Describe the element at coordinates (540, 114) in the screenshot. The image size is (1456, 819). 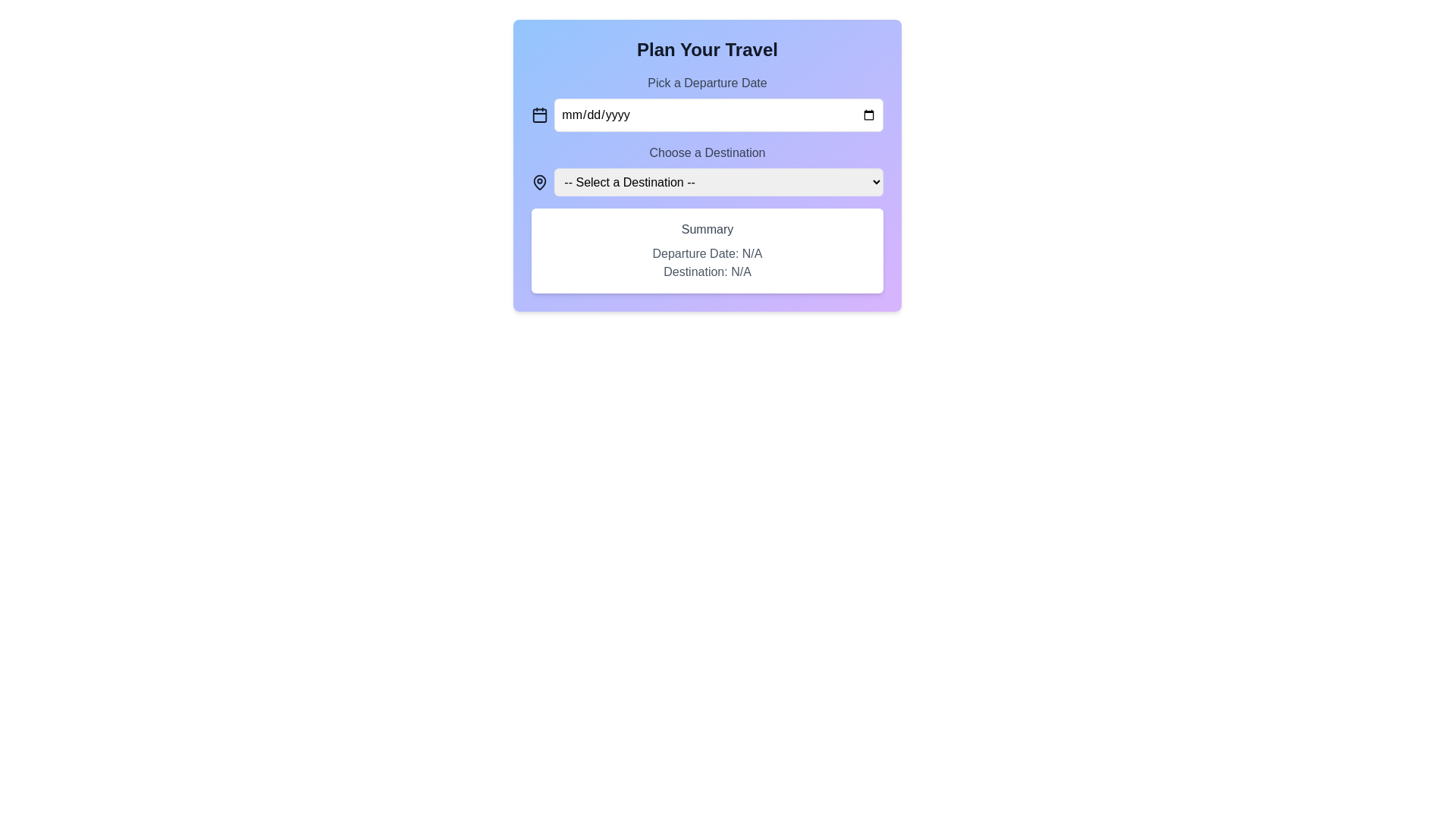
I see `the date selection icon located to the left of the departure date input field` at that location.